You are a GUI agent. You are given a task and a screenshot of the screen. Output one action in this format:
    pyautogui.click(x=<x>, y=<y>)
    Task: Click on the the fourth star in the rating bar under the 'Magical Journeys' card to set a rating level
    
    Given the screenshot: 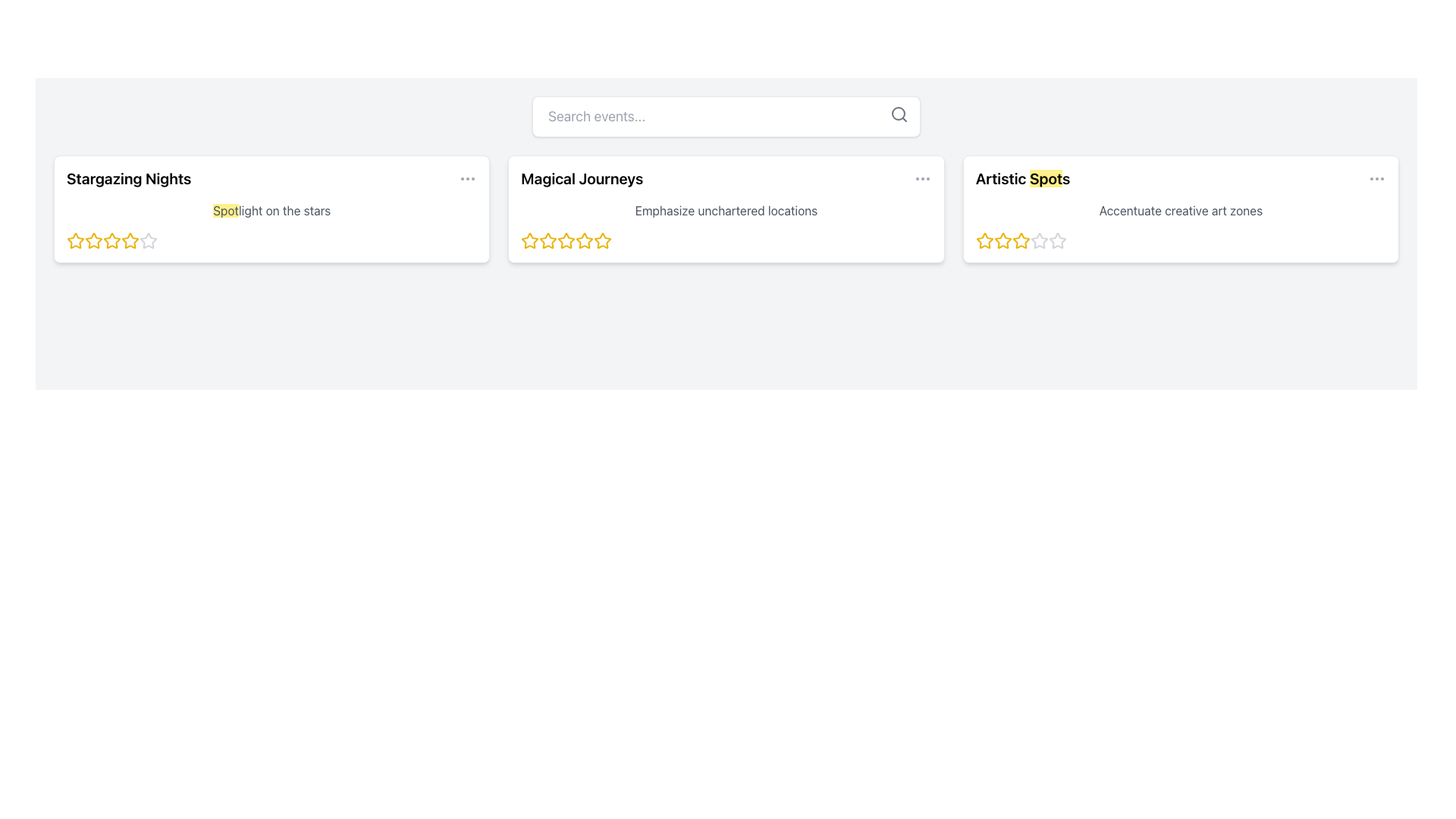 What is the action you would take?
    pyautogui.click(x=566, y=240)
    